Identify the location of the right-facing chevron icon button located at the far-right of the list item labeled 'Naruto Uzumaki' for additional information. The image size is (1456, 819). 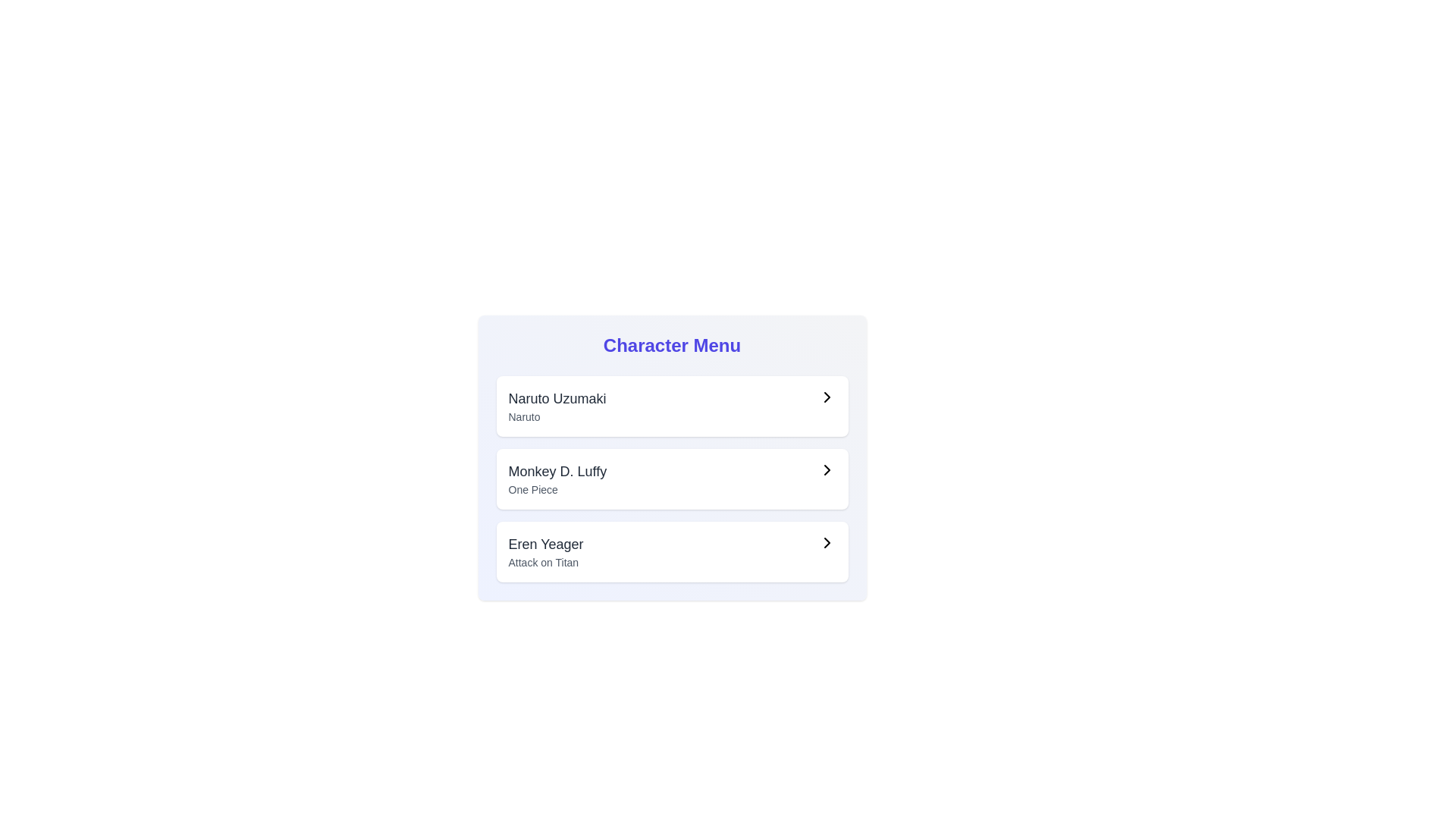
(826, 397).